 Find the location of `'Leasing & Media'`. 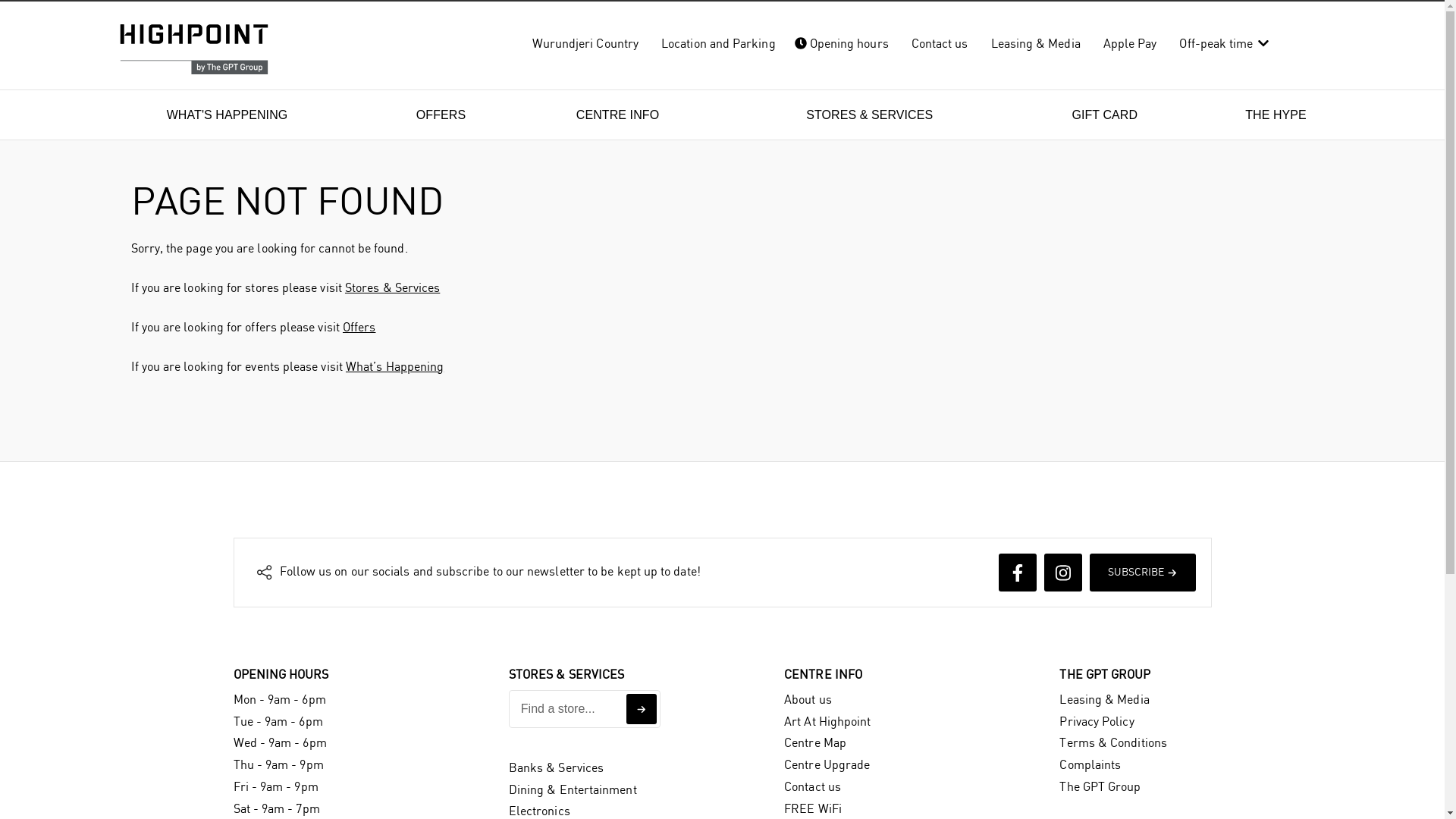

'Leasing & Media' is located at coordinates (1035, 43).